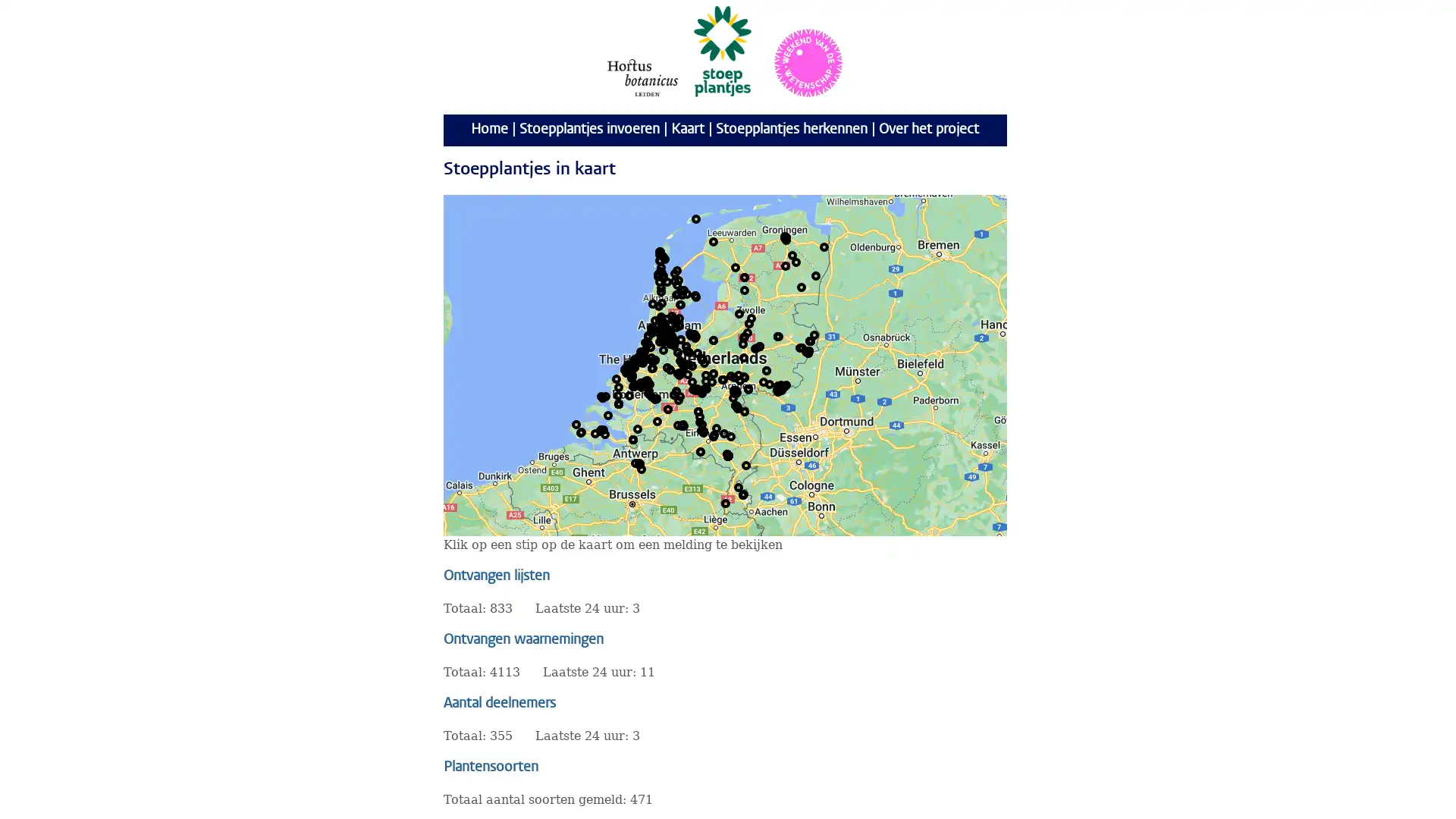  I want to click on Telling van Linda op 09 januari 2022, so click(640, 381).